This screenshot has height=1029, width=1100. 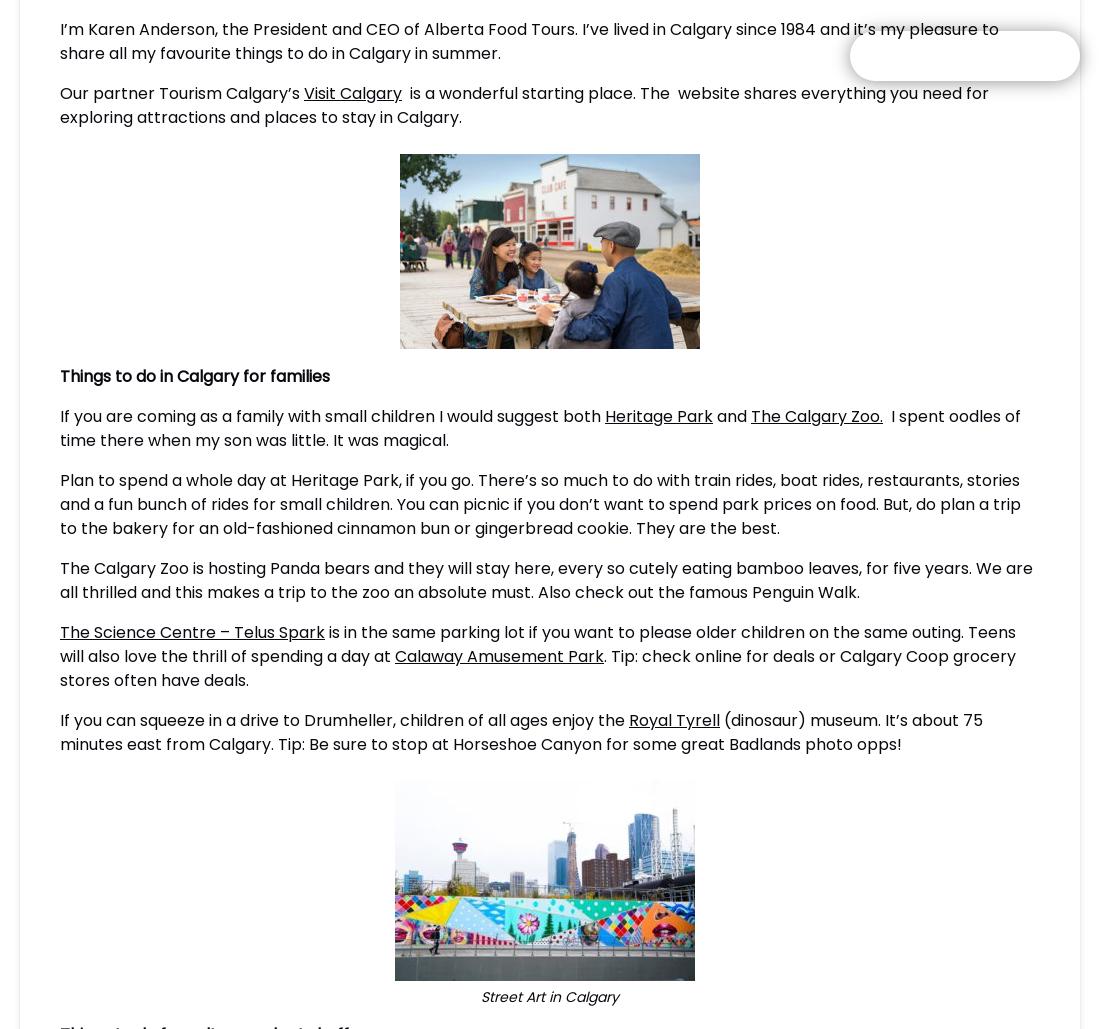 I want to click on 'I spent oodles of time there when my son was little. It was magical.', so click(x=540, y=427).